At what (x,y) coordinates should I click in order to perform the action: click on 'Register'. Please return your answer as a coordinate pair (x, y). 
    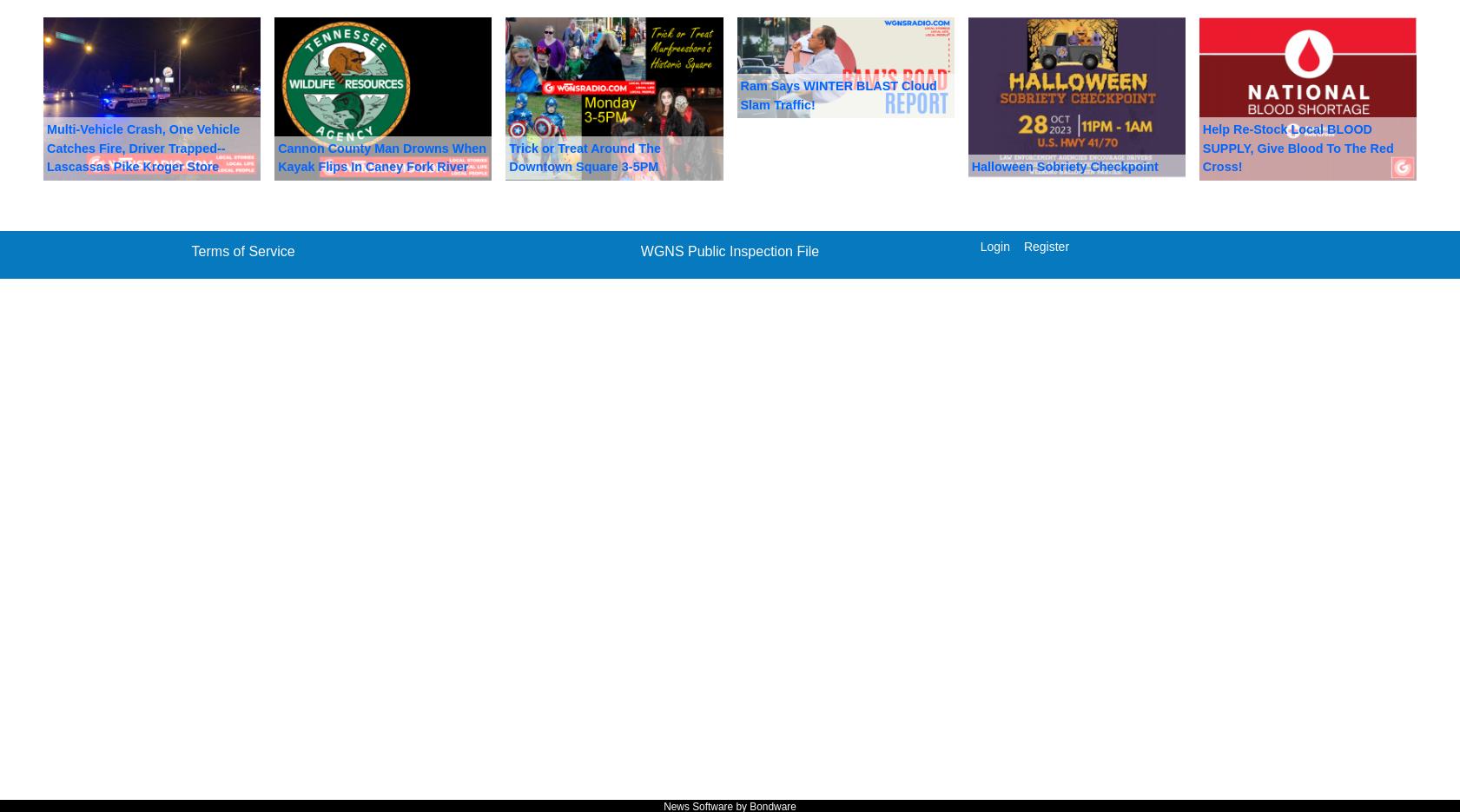
    Looking at the image, I should click on (1023, 245).